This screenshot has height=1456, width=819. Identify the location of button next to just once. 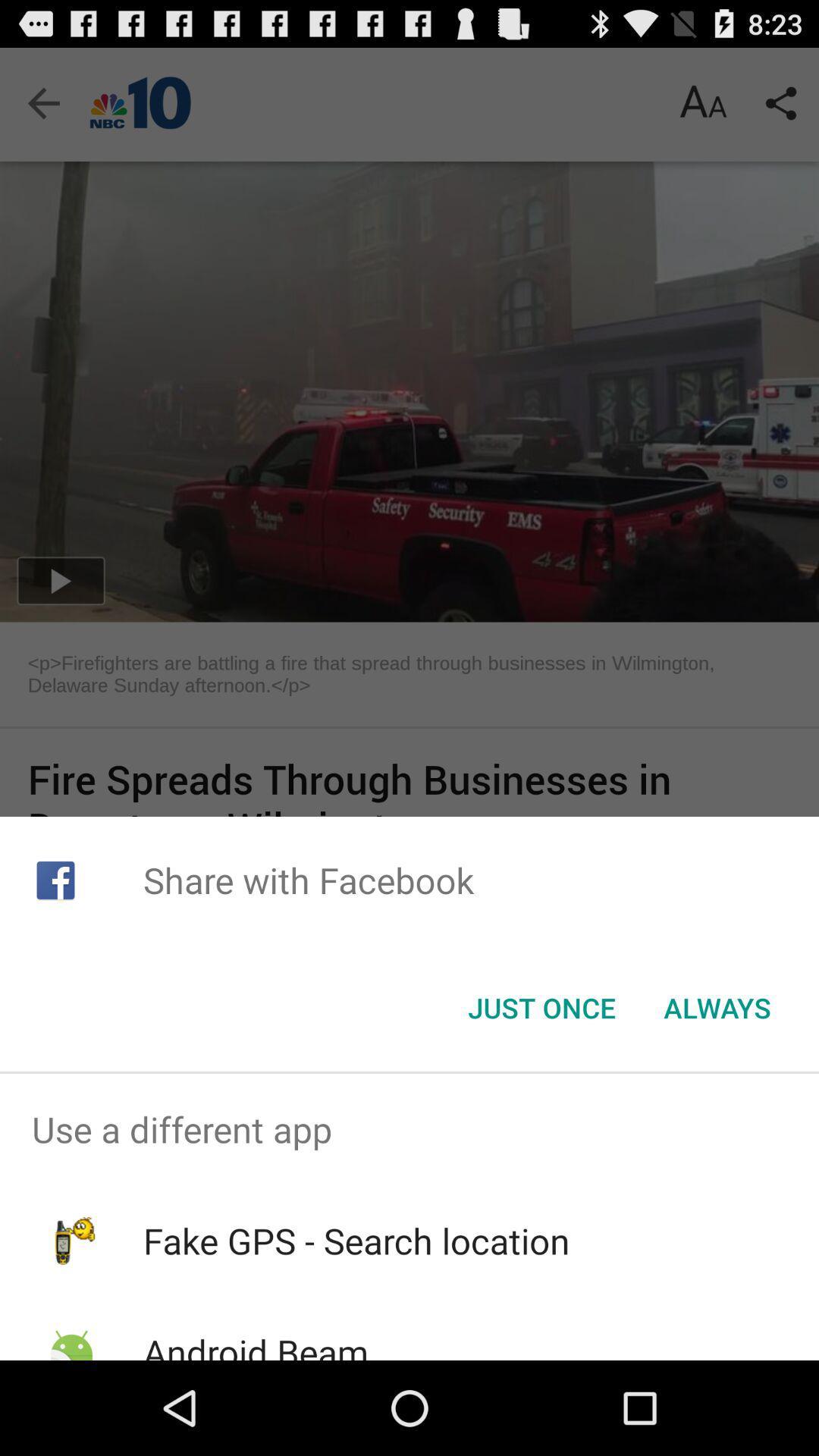
(717, 1008).